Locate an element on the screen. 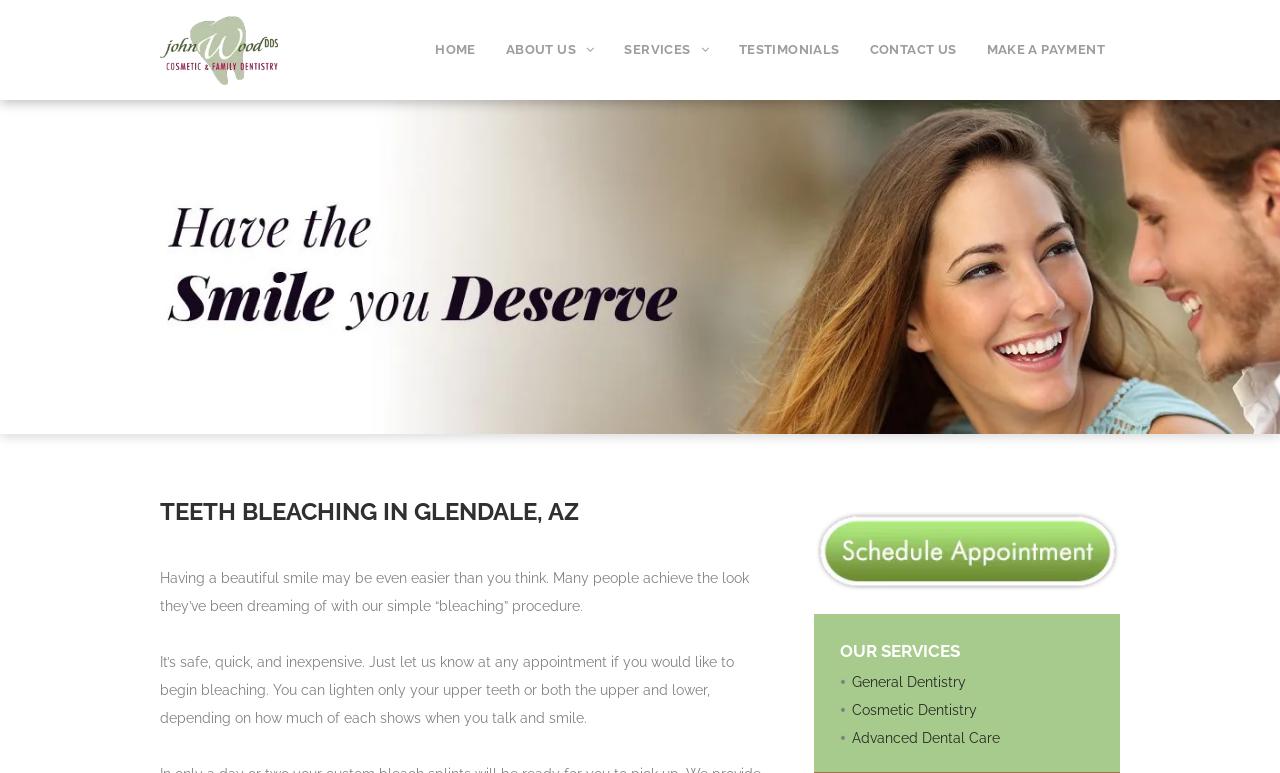 The image size is (1280, 773). 'It’s safe, quick, and inexpensive. Just let us know at any appointment if you would like to begin bleaching. You can lighten only your upper teeth or both the upper and lower, depending on how much of each shows when you talk and smile.' is located at coordinates (445, 688).